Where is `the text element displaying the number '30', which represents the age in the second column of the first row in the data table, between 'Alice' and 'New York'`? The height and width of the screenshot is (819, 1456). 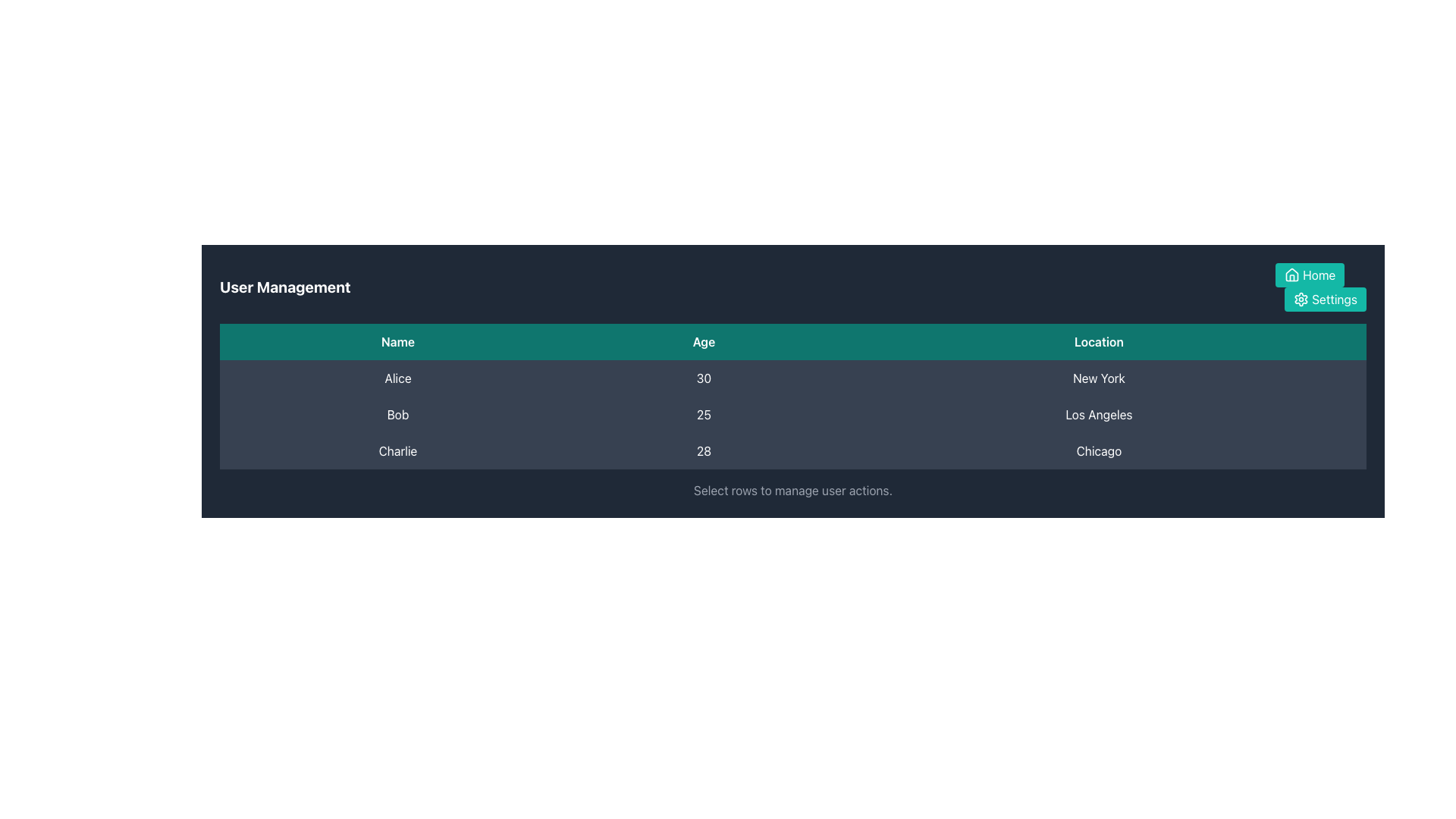 the text element displaying the number '30', which represents the age in the second column of the first row in the data table, between 'Alice' and 'New York' is located at coordinates (703, 377).